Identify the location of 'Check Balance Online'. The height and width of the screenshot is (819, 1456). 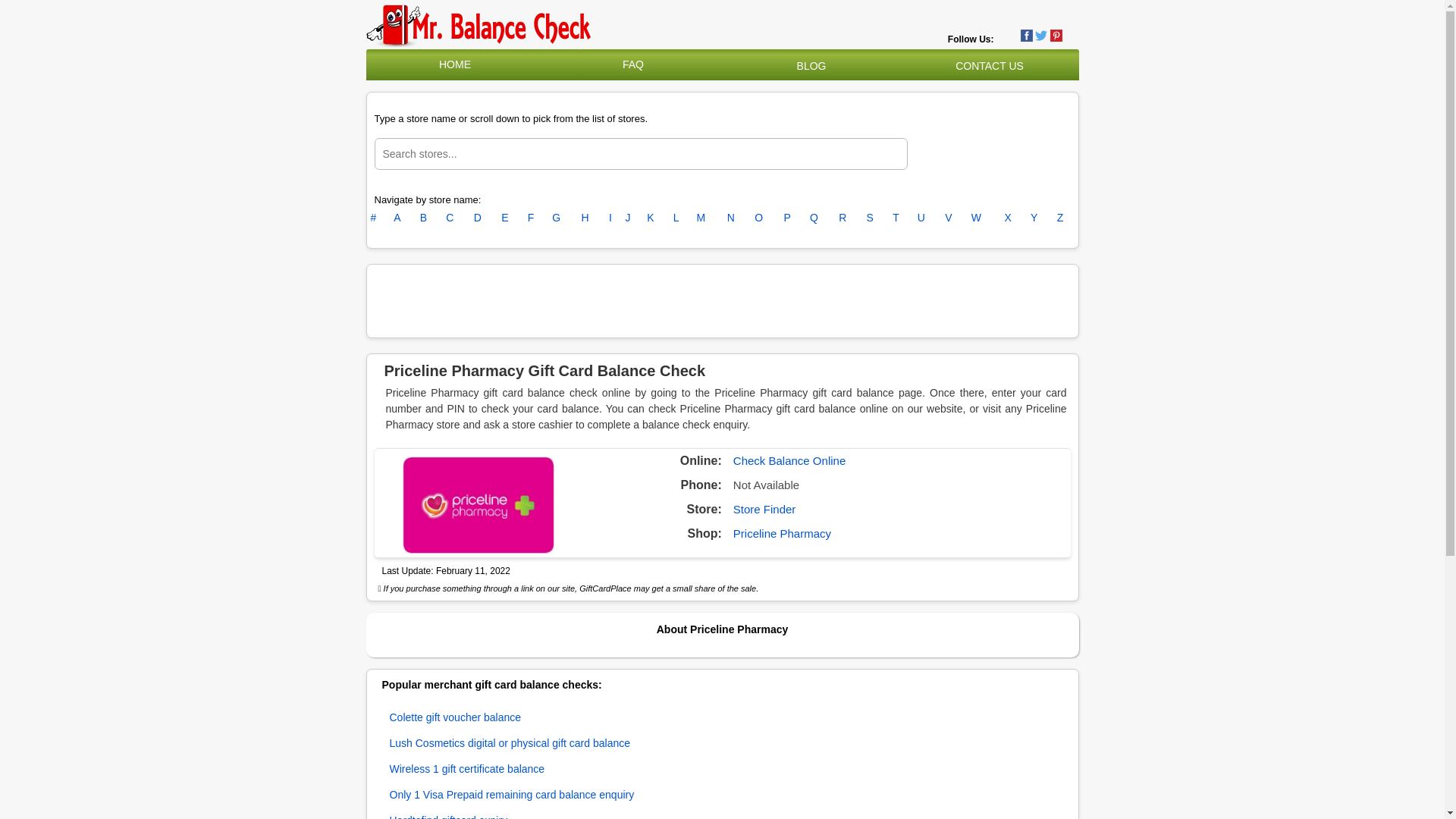
(789, 460).